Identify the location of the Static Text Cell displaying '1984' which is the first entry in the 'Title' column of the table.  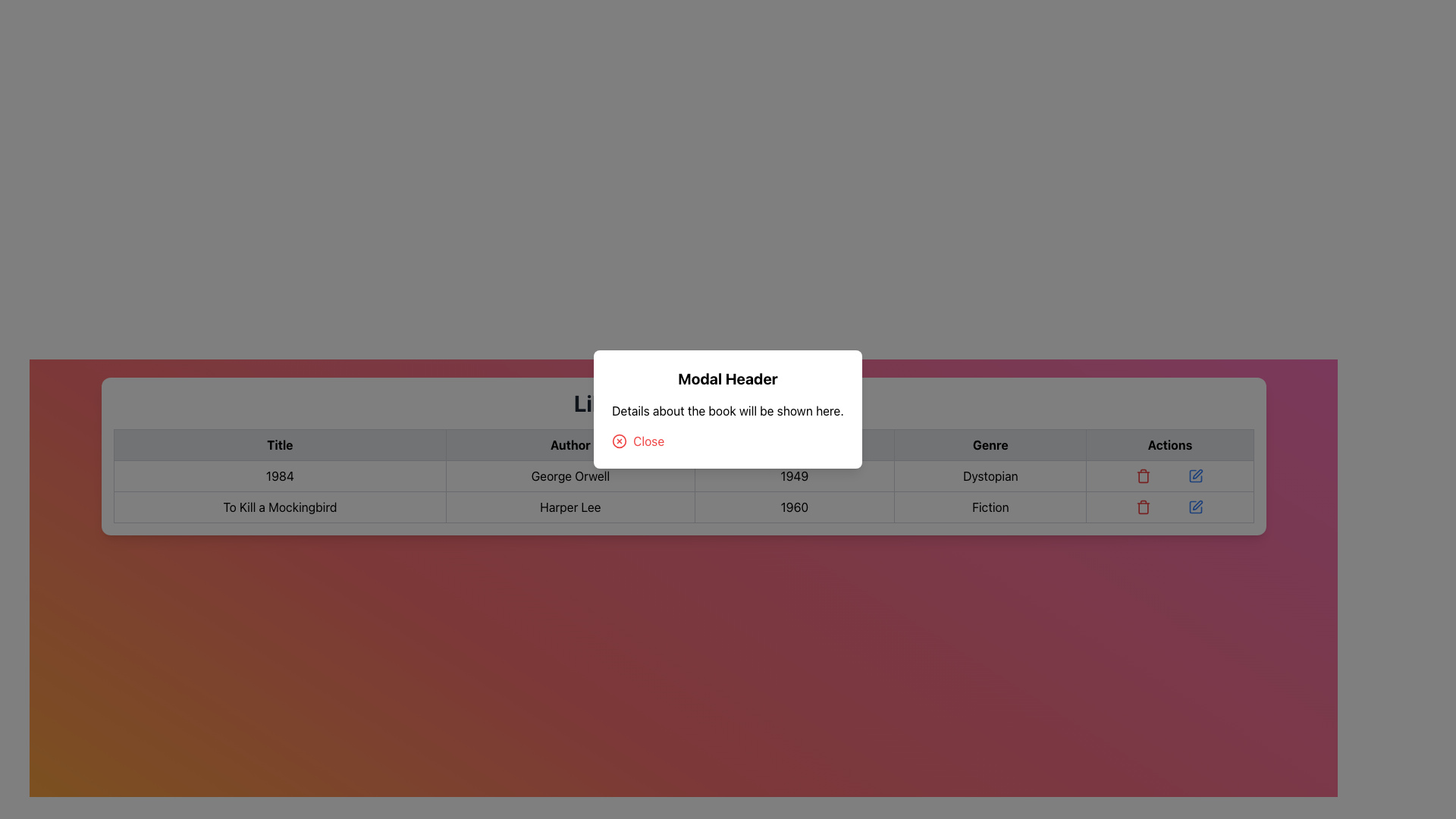
(280, 475).